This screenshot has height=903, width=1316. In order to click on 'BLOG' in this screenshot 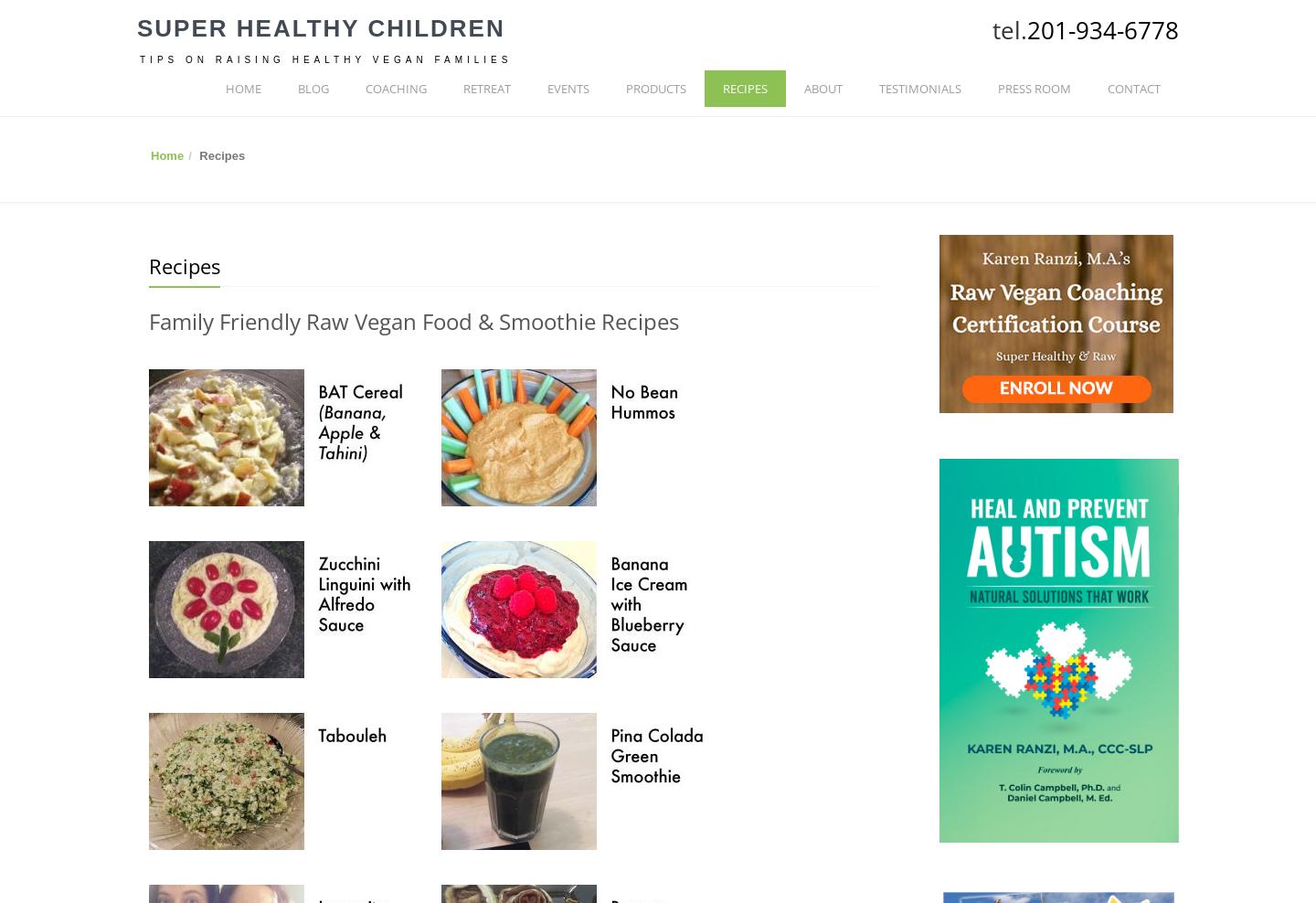, I will do `click(313, 89)`.